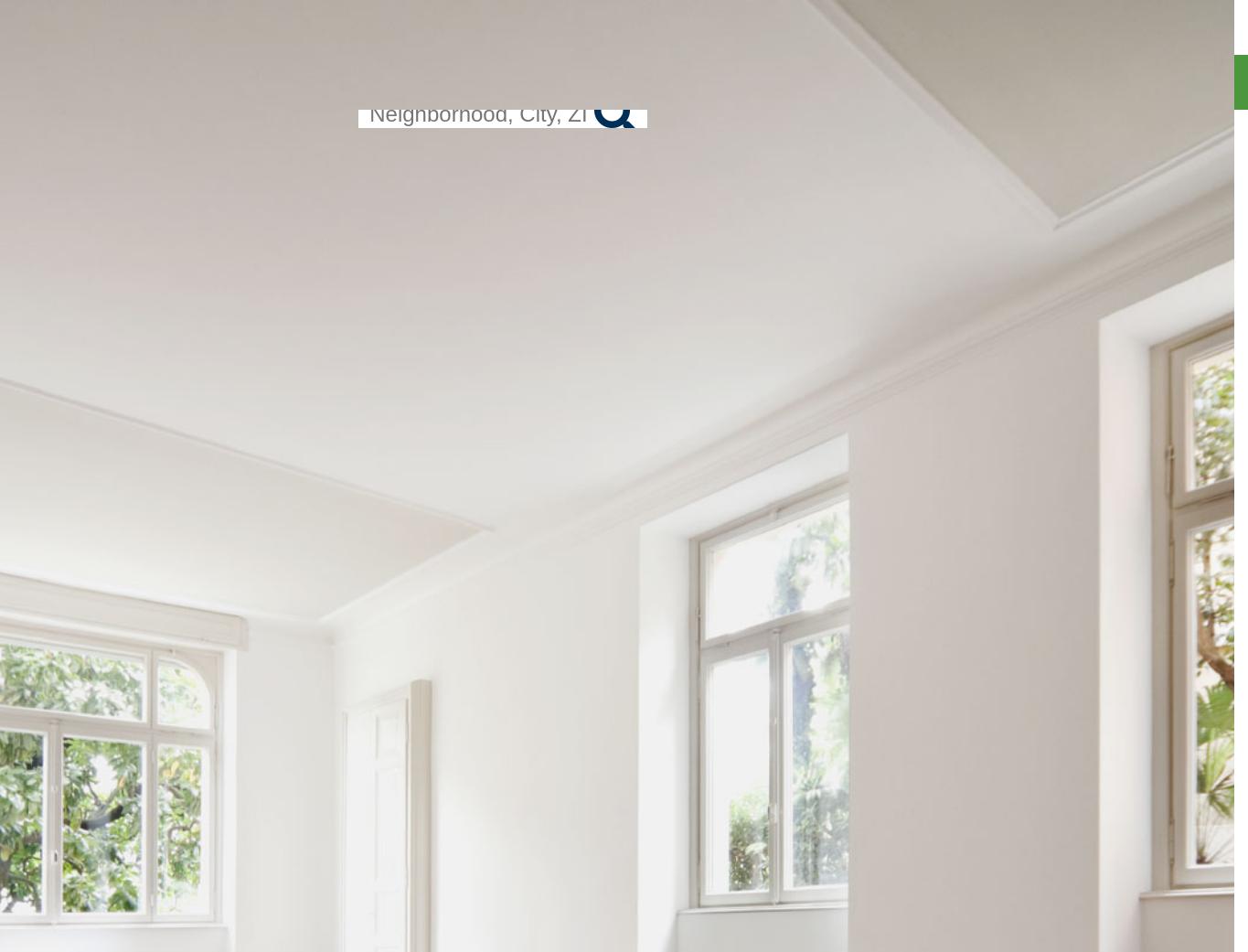 The image size is (1248, 952). Describe the element at coordinates (1176, 134) in the screenshot. I see `'Sellers'` at that location.